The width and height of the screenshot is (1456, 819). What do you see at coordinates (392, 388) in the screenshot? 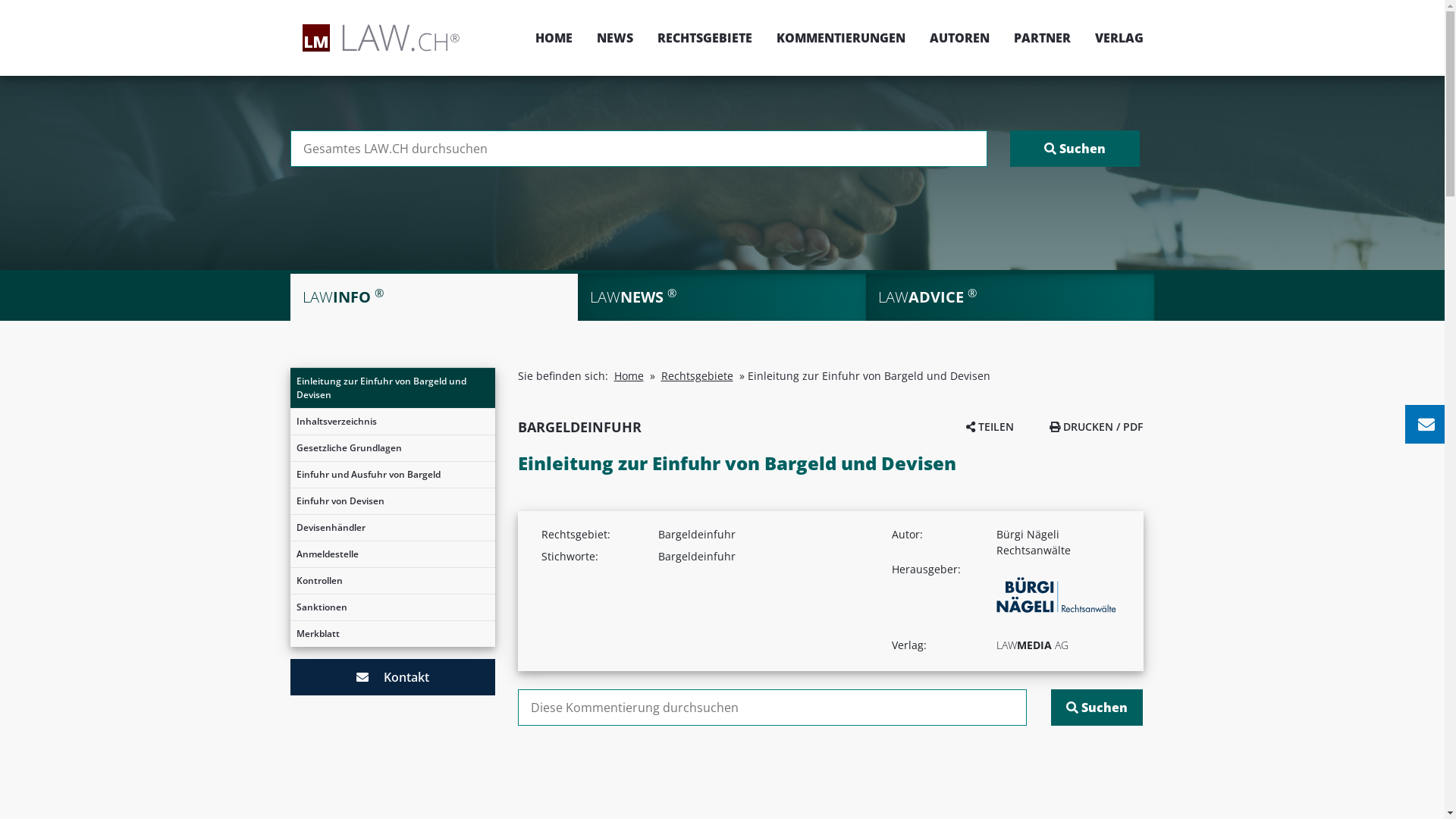
I see `'Einleitung zur Einfuhr von Bargeld und Devisen'` at bounding box center [392, 388].